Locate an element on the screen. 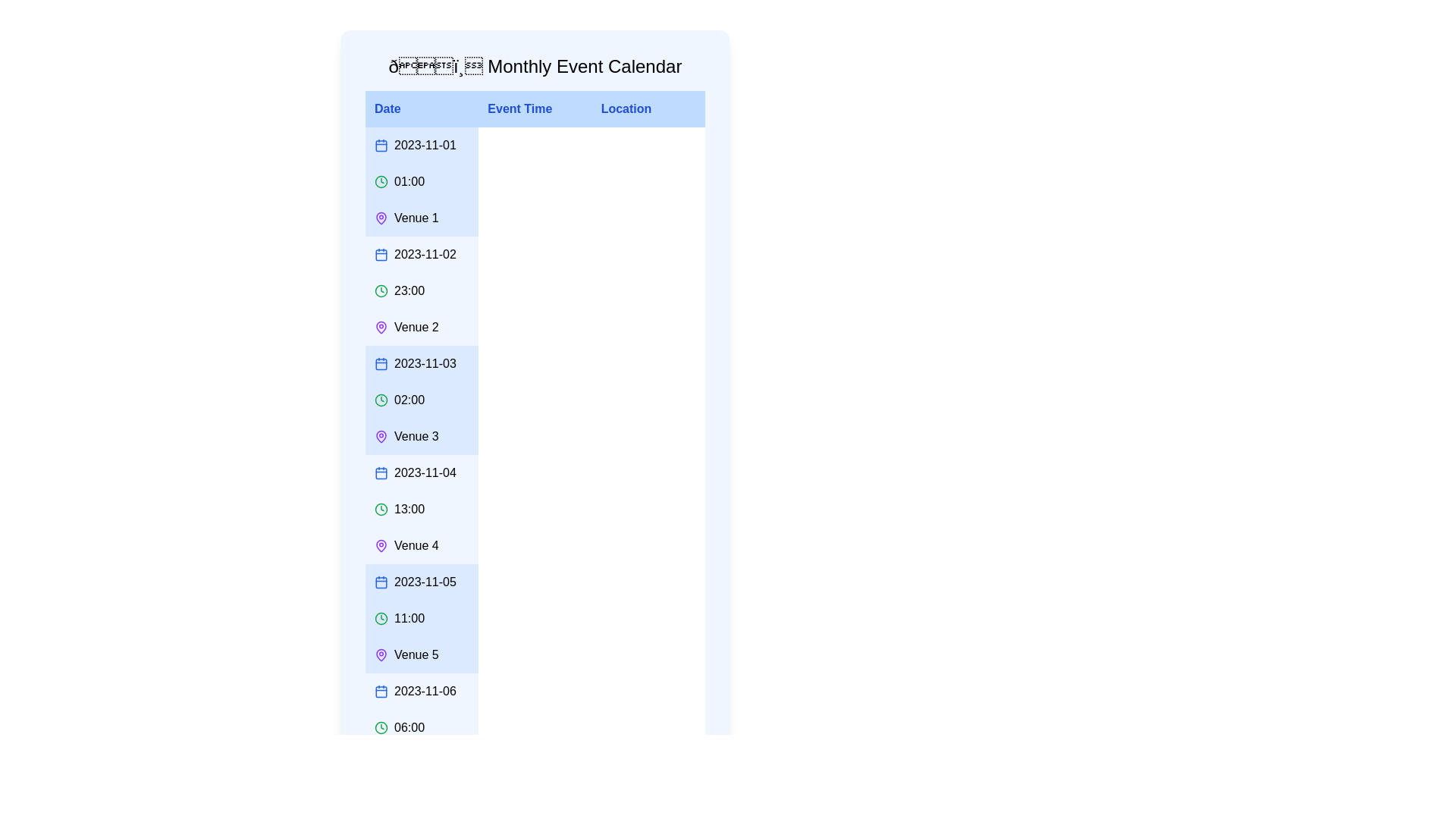 The width and height of the screenshot is (1456, 819). the row corresponding to the event on 2023-11-02 is located at coordinates (535, 291).